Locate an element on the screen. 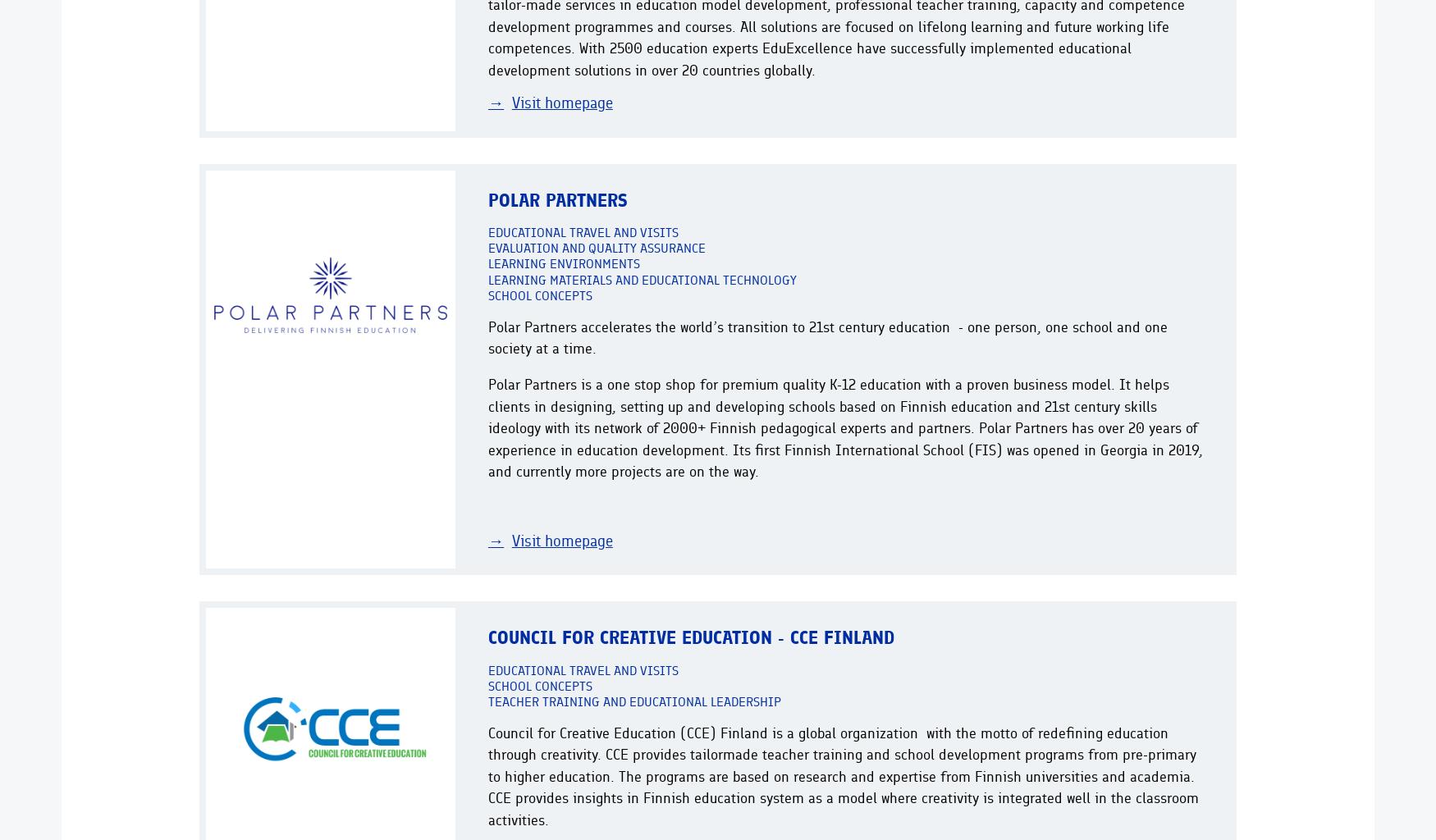 This screenshot has height=840, width=1436. 'Polar Partners accelerates the world’s transition to 21st century education  - one person, one school and one society at a time.' is located at coordinates (827, 336).